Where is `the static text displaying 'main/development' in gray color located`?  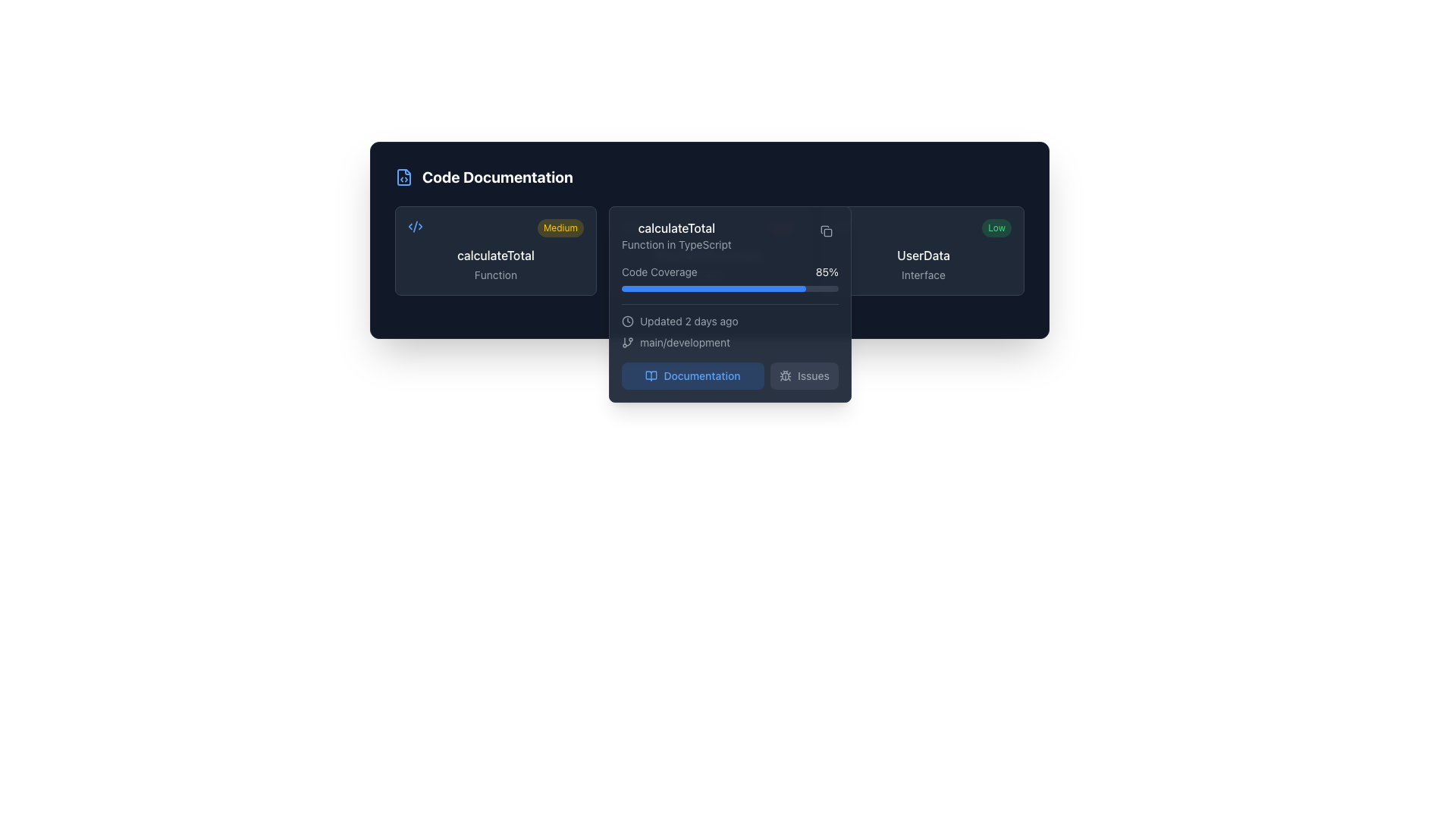 the static text displaying 'main/development' in gray color located is located at coordinates (684, 342).